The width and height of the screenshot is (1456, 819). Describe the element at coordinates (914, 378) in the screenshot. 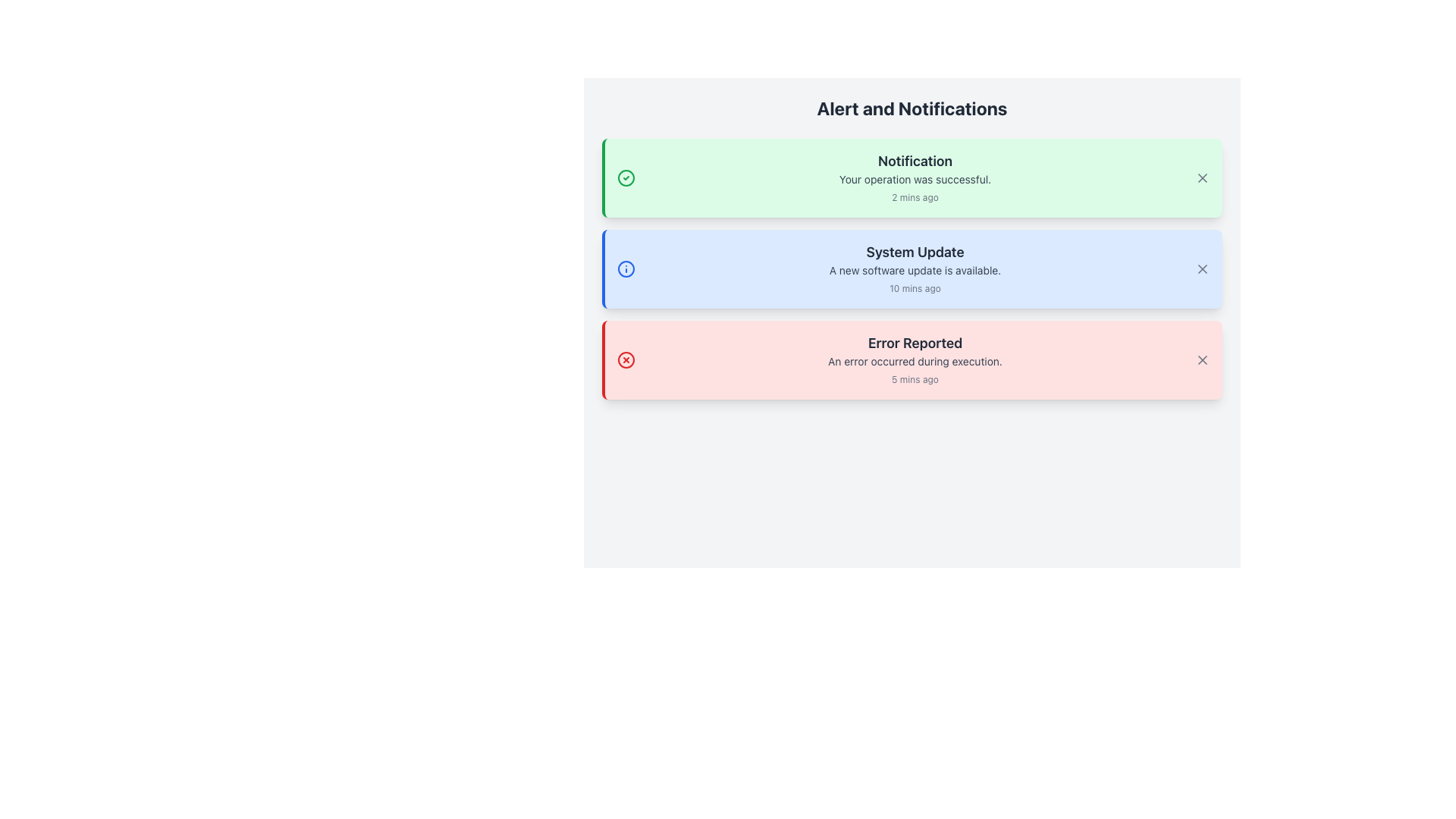

I see `the Text Label that indicates the relative timestamp of the notification in the bottom-right corner of the 'Error Reported' notification card` at that location.